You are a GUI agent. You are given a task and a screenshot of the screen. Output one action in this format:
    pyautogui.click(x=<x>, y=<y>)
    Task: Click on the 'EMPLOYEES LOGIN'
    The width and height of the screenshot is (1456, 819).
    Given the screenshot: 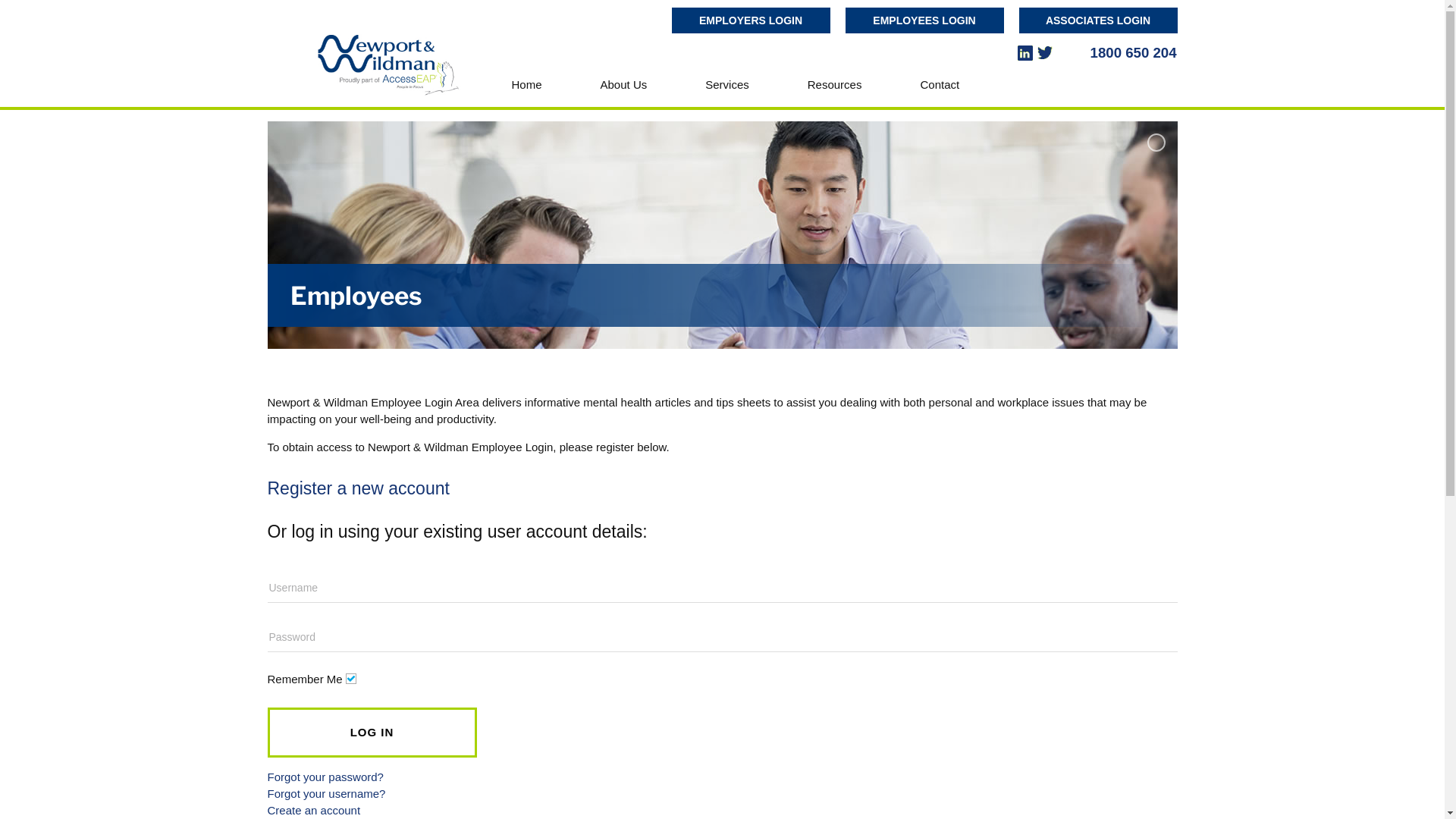 What is the action you would take?
    pyautogui.click(x=923, y=20)
    